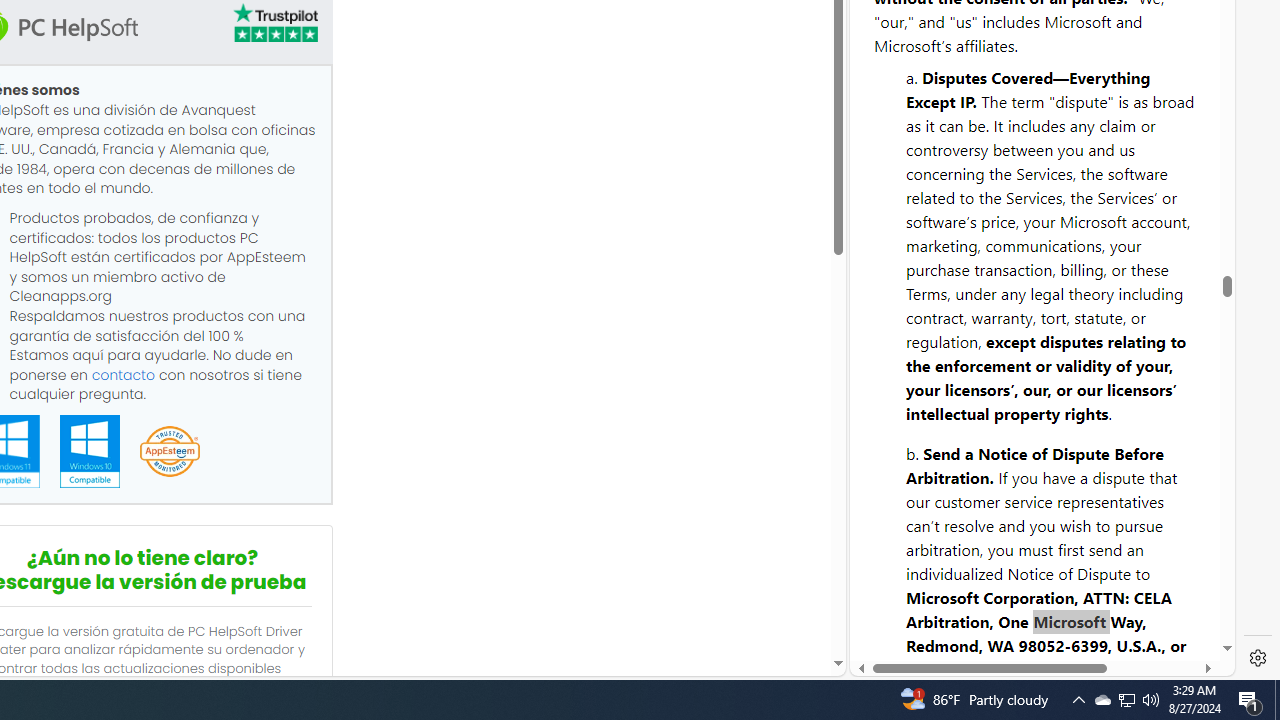 The image size is (1280, 720). What do you see at coordinates (169, 452) in the screenshot?
I see `'App Esteem'` at bounding box center [169, 452].